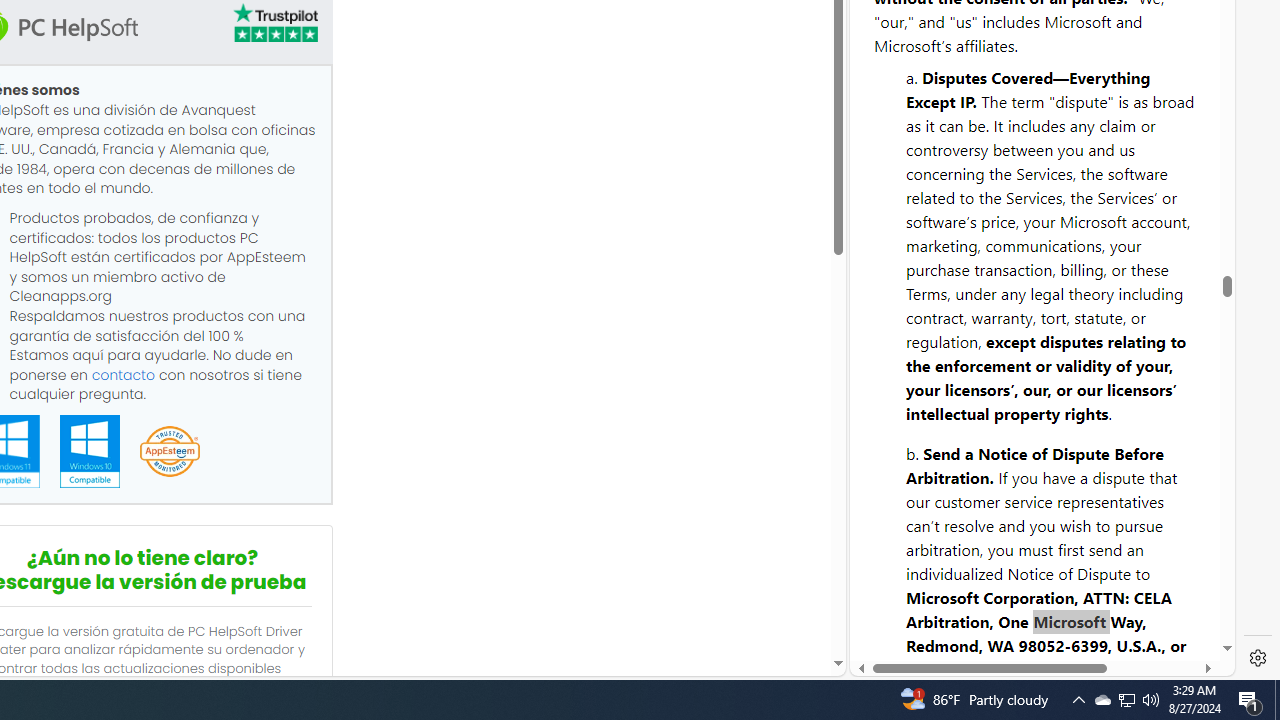 The image size is (1280, 720). What do you see at coordinates (169, 452) in the screenshot?
I see `'App Esteem'` at bounding box center [169, 452].